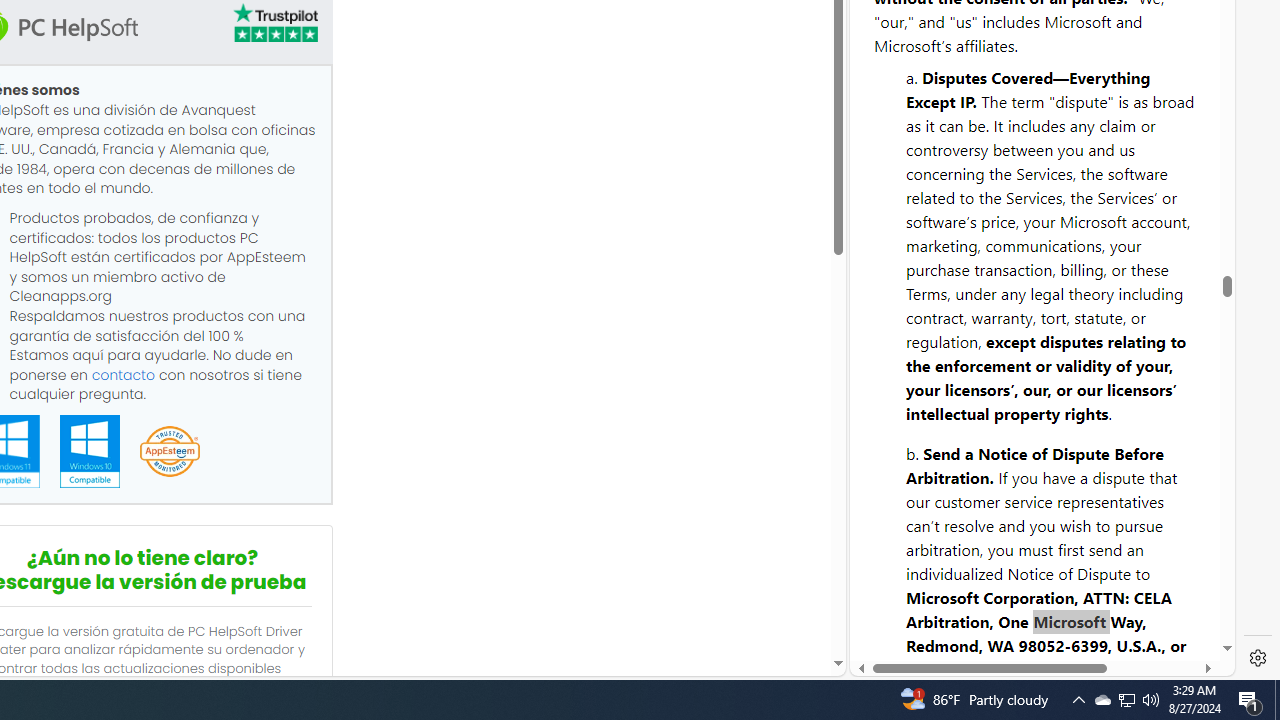 The image size is (1280, 720). What do you see at coordinates (169, 452) in the screenshot?
I see `'App Esteem'` at bounding box center [169, 452].